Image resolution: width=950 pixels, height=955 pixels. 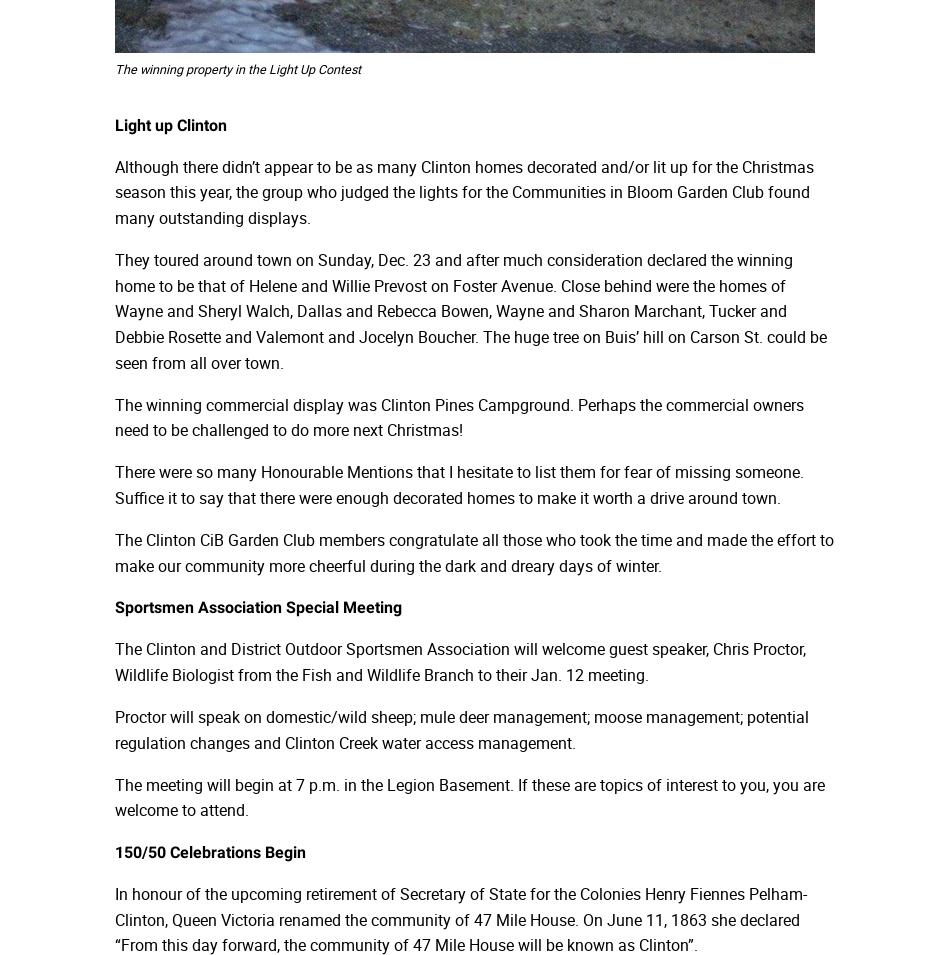 What do you see at coordinates (473, 551) in the screenshot?
I see `'The Clinton CiB Garden Club members congratulate all those who took the time and made the effort to make our community more cheerful during the dark and dreary days of winter.'` at bounding box center [473, 551].